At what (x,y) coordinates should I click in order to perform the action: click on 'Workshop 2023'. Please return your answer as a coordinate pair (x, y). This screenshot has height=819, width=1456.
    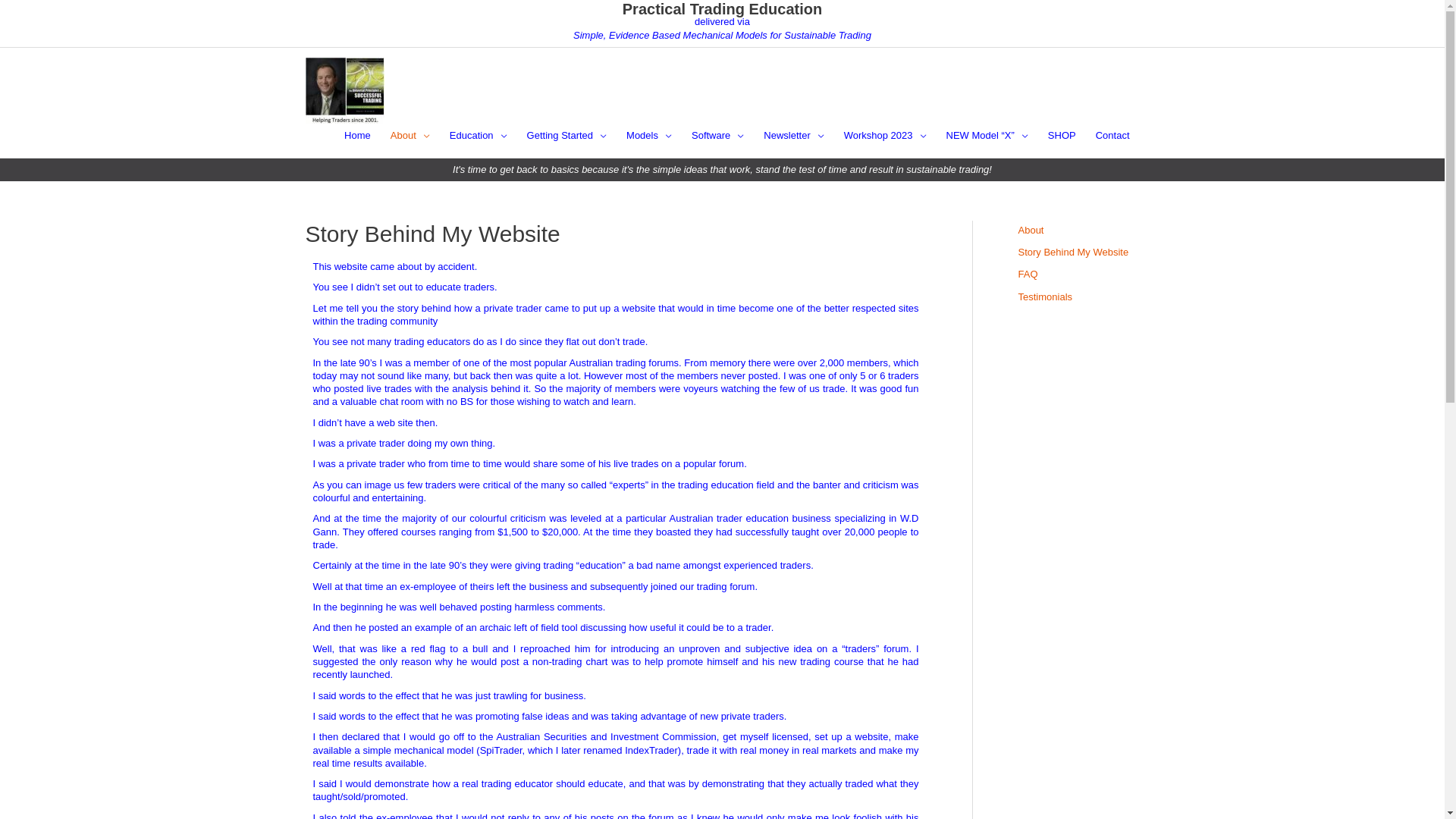
    Looking at the image, I should click on (885, 134).